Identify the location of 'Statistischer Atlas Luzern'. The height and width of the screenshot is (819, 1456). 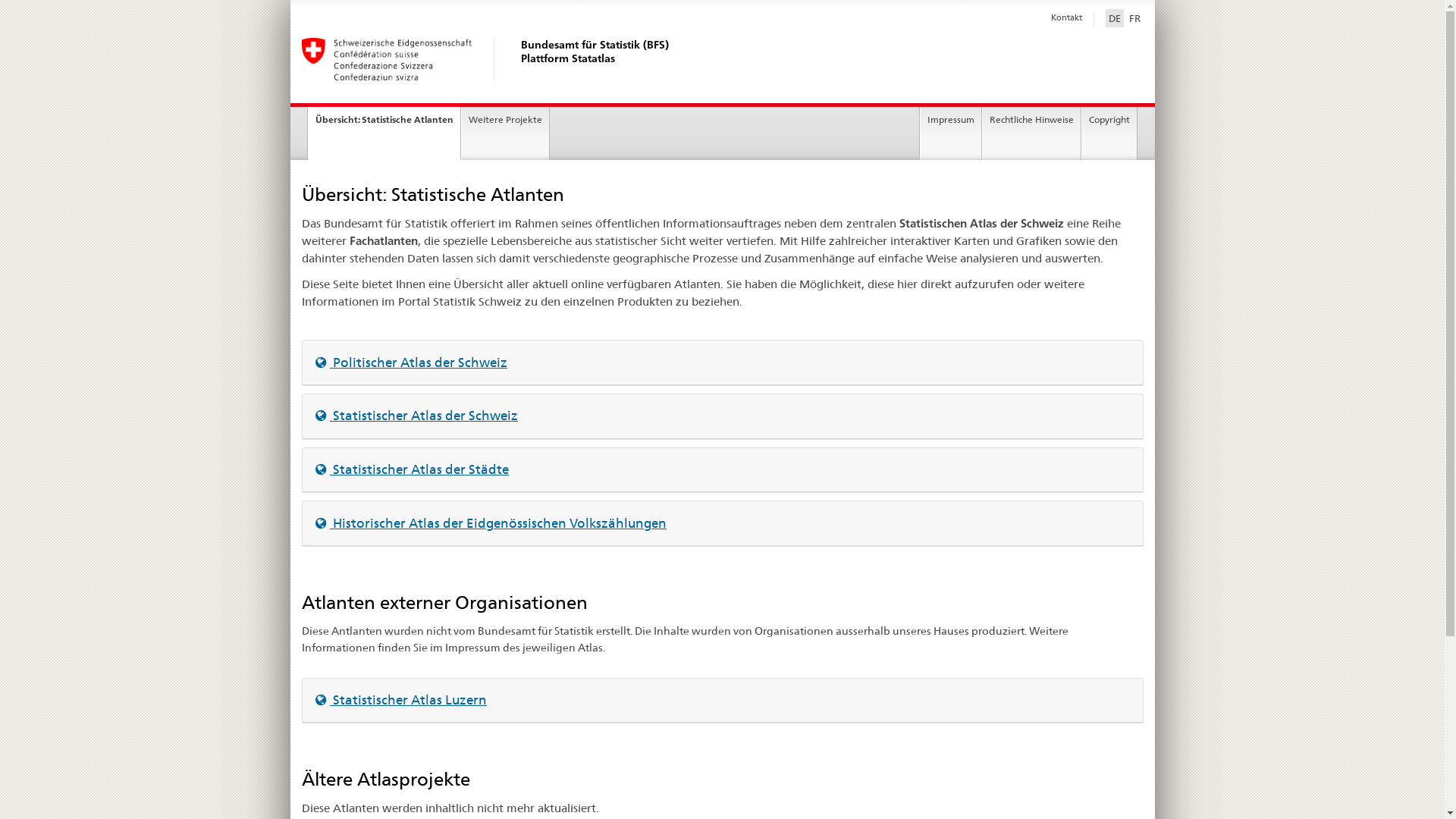
(400, 699).